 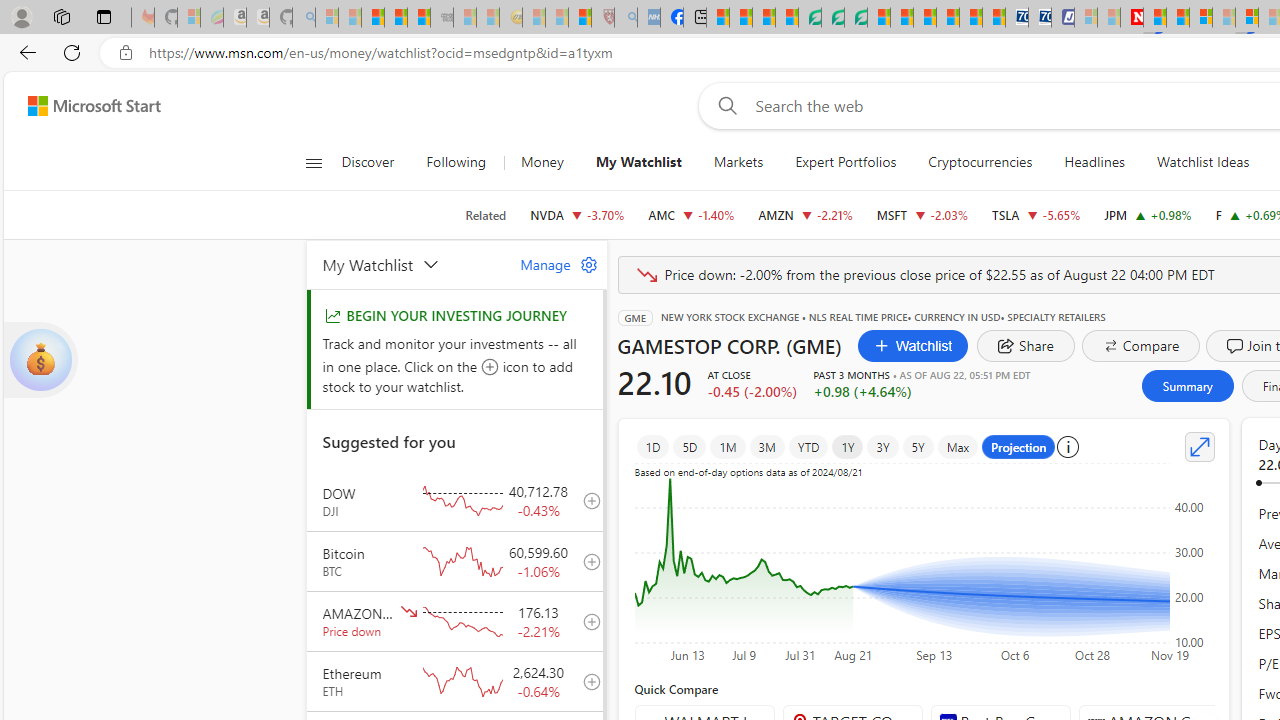 I want to click on 'Watchlist', so click(x=912, y=344).